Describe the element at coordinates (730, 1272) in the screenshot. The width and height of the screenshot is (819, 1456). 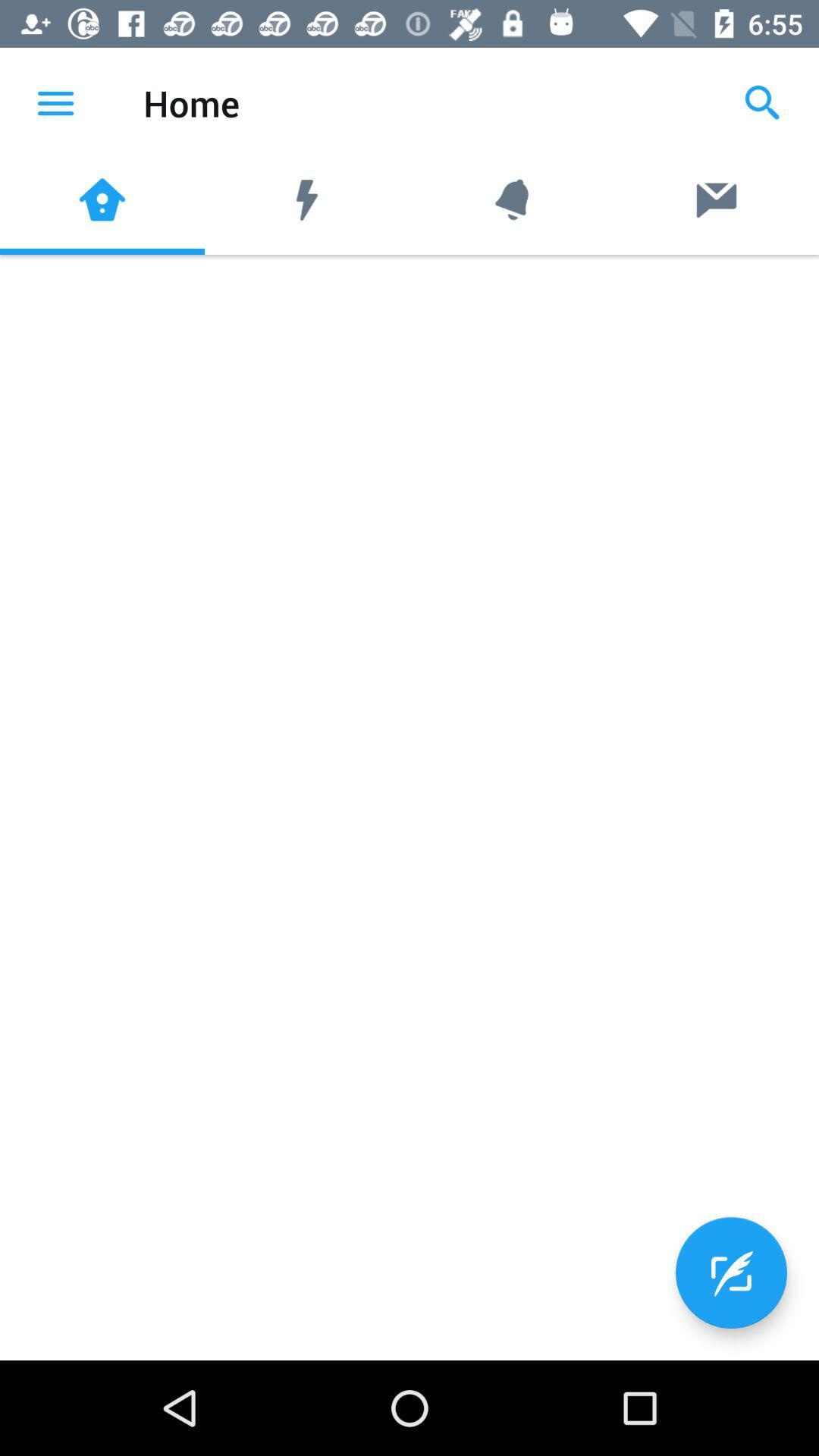
I see `item at the bottom right corner` at that location.